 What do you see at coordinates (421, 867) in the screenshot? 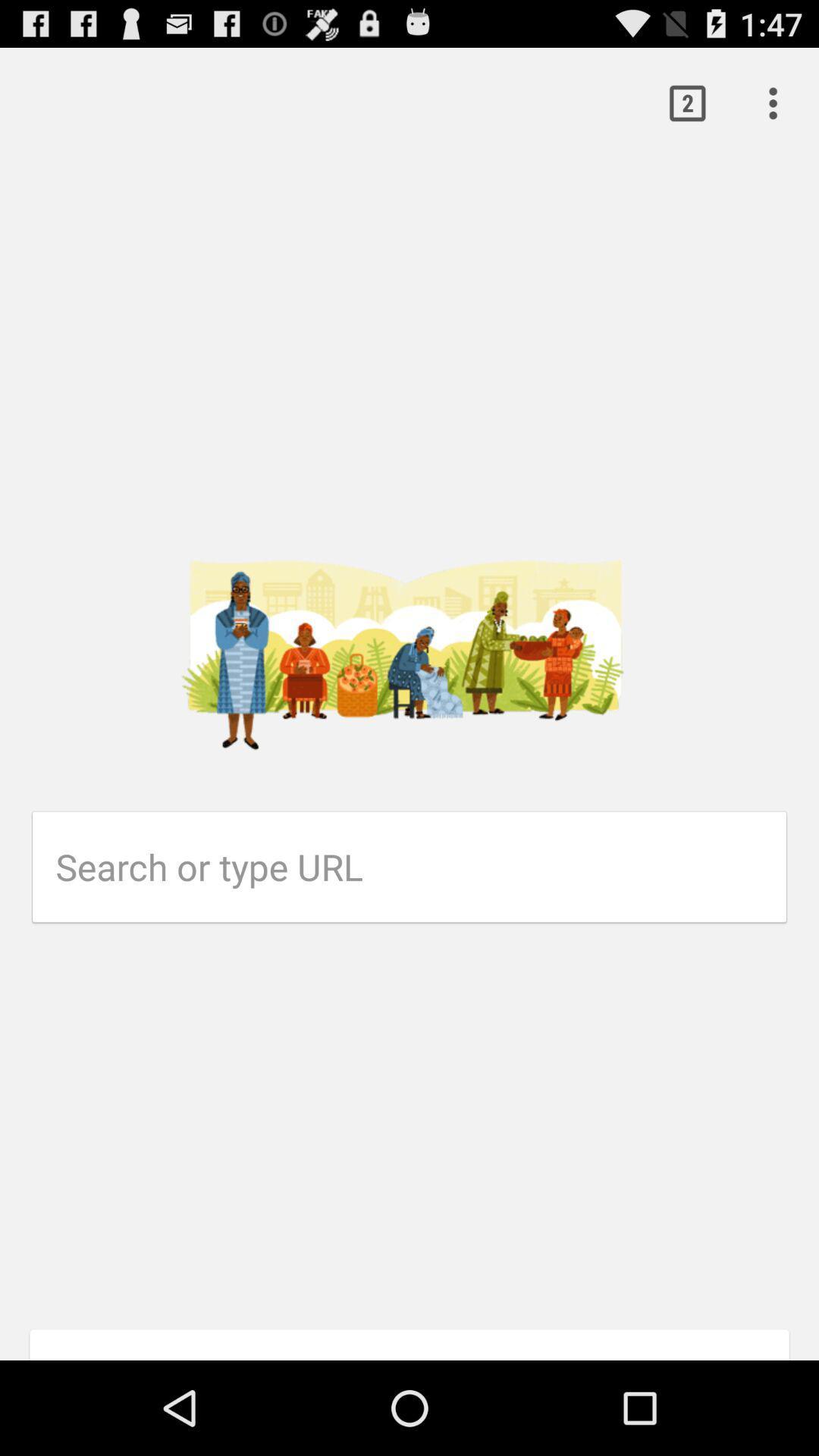
I see `url box` at bounding box center [421, 867].